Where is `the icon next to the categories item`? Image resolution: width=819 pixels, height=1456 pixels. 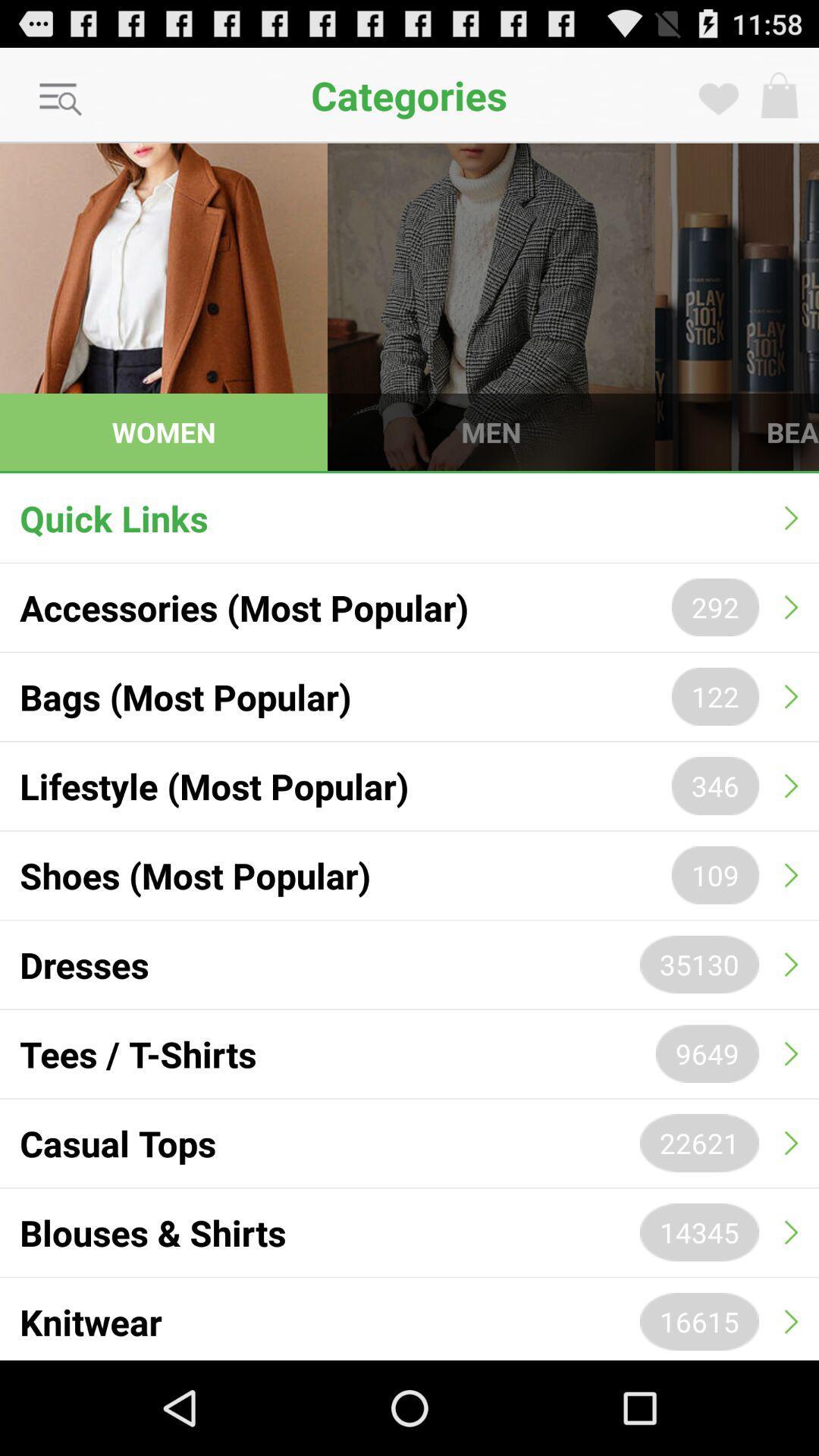
the icon next to the categories item is located at coordinates (61, 99).